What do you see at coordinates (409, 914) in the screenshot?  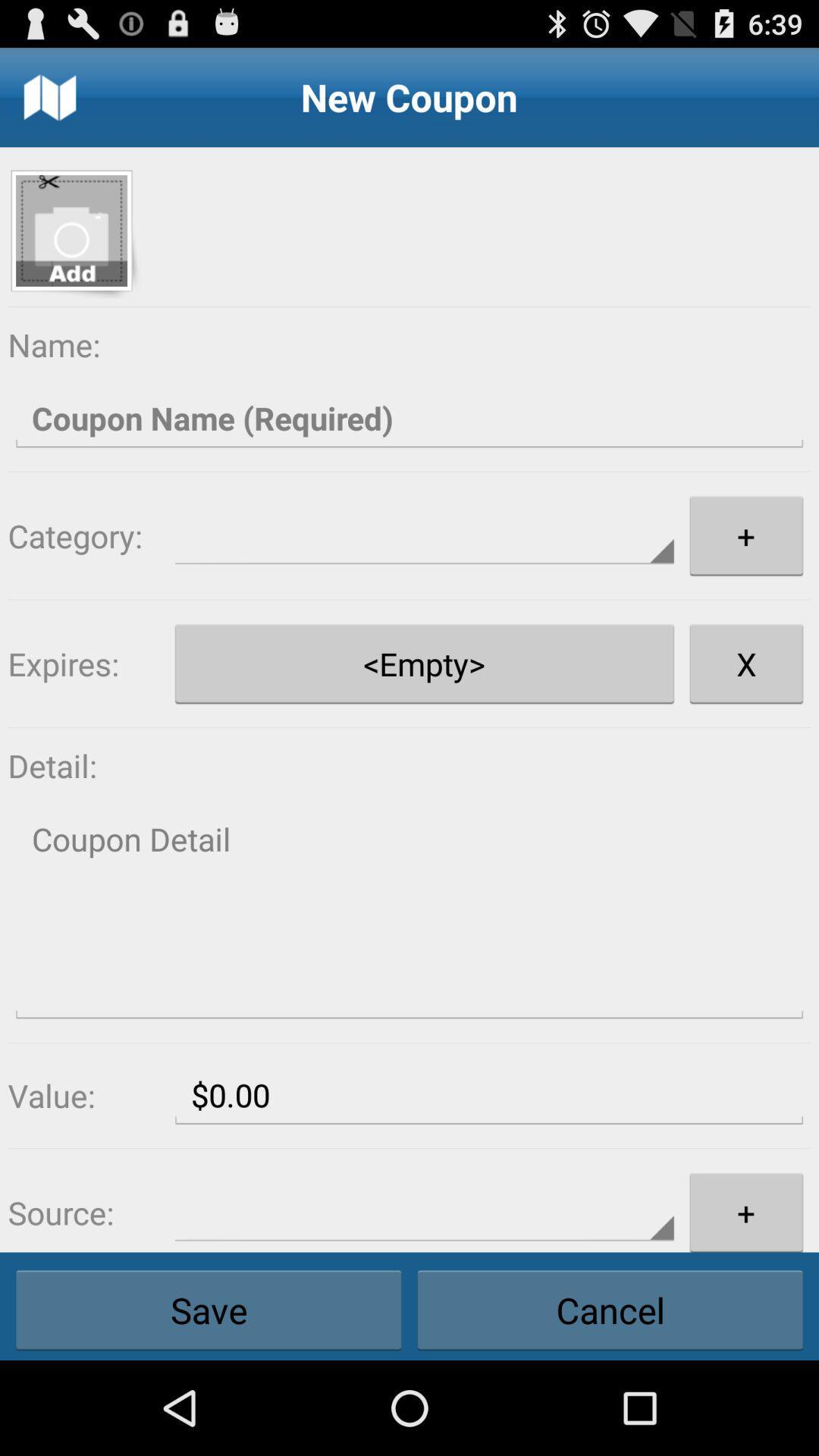 I see `coupon page` at bounding box center [409, 914].